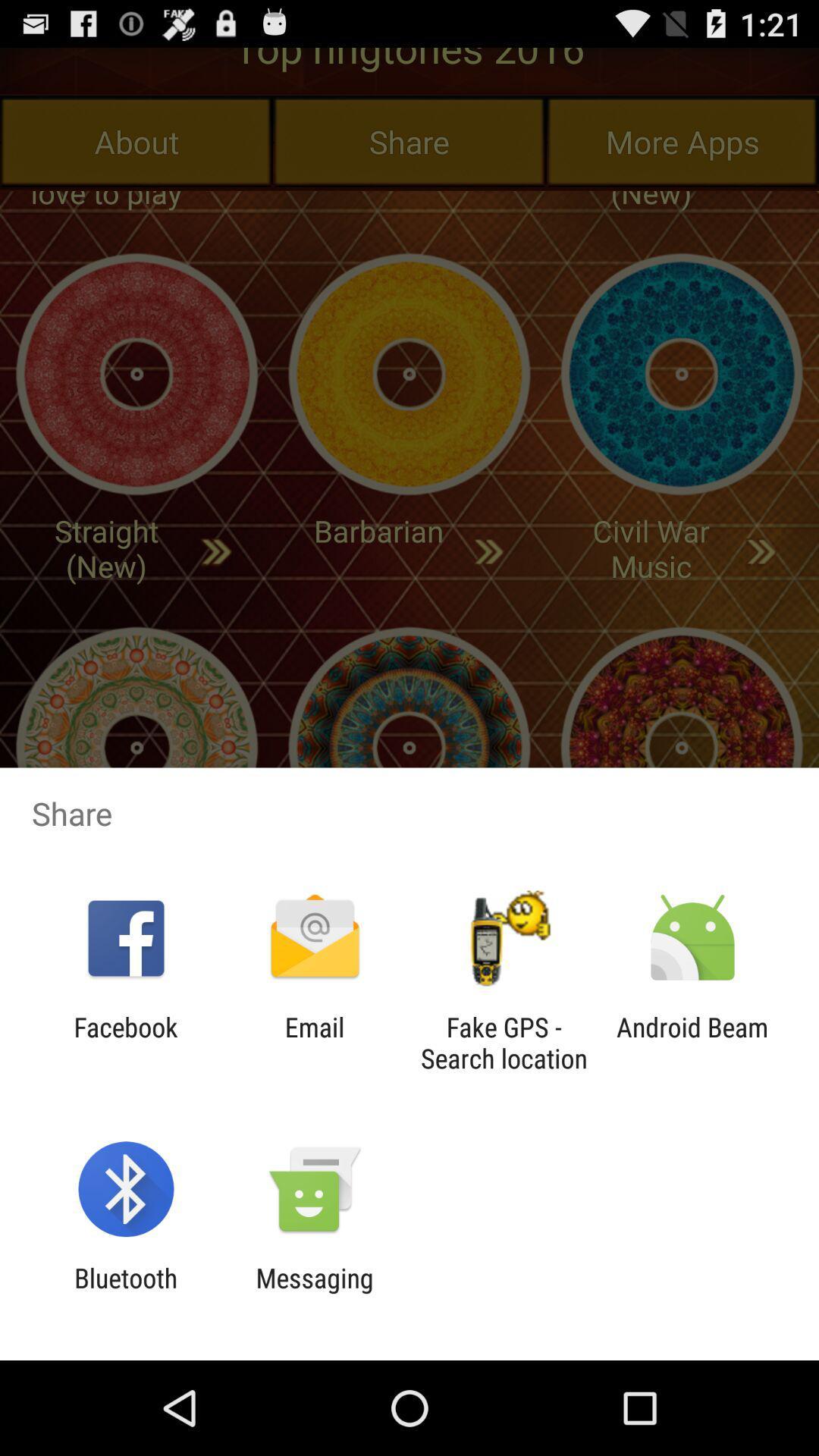 The image size is (819, 1456). Describe the element at coordinates (125, 1293) in the screenshot. I see `bluetooth app` at that location.